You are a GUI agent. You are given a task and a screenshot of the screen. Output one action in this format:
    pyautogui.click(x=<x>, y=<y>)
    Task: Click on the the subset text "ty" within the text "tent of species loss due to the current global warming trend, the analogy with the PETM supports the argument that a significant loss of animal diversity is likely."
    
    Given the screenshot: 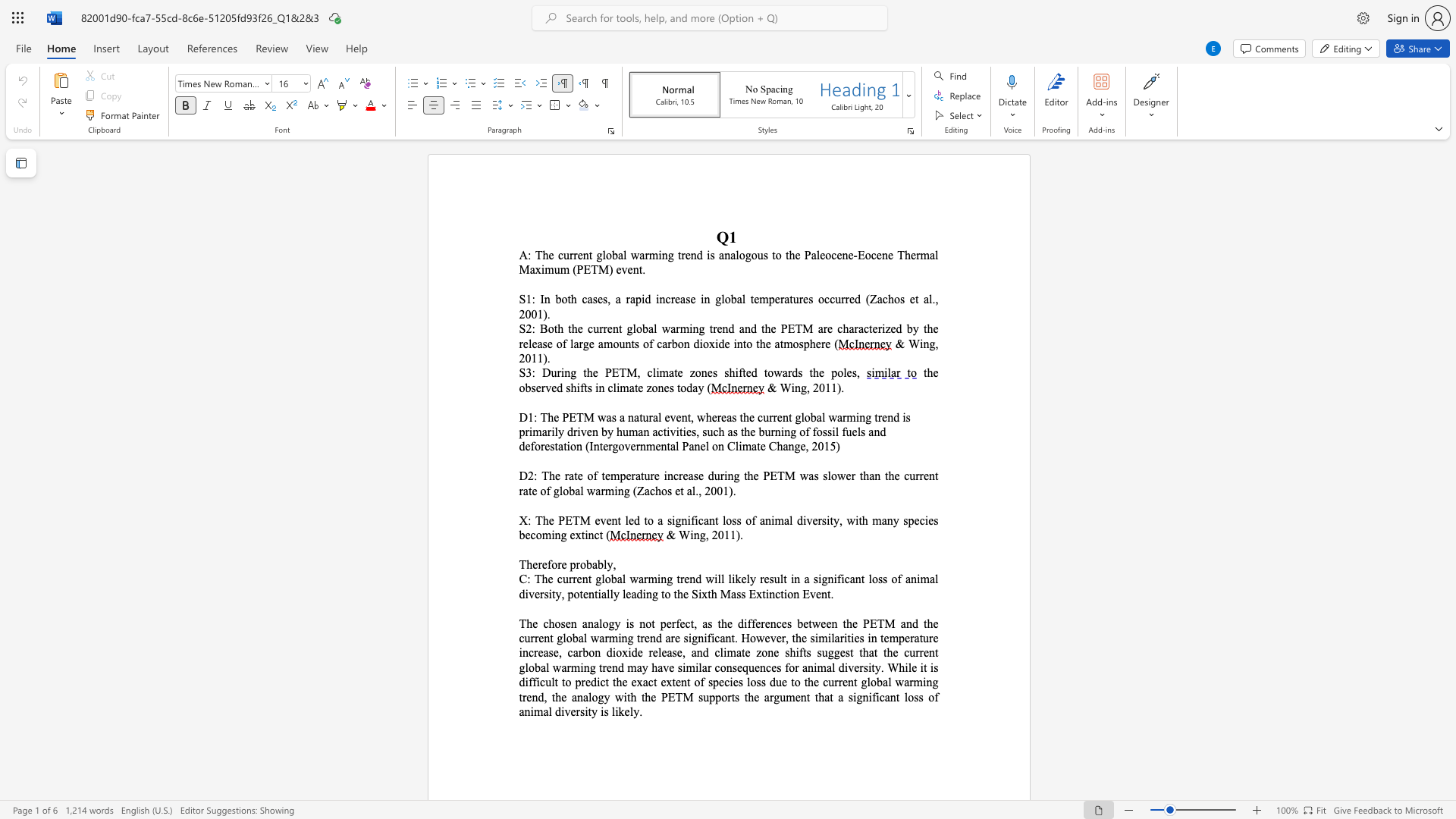 What is the action you would take?
    pyautogui.click(x=587, y=711)
    